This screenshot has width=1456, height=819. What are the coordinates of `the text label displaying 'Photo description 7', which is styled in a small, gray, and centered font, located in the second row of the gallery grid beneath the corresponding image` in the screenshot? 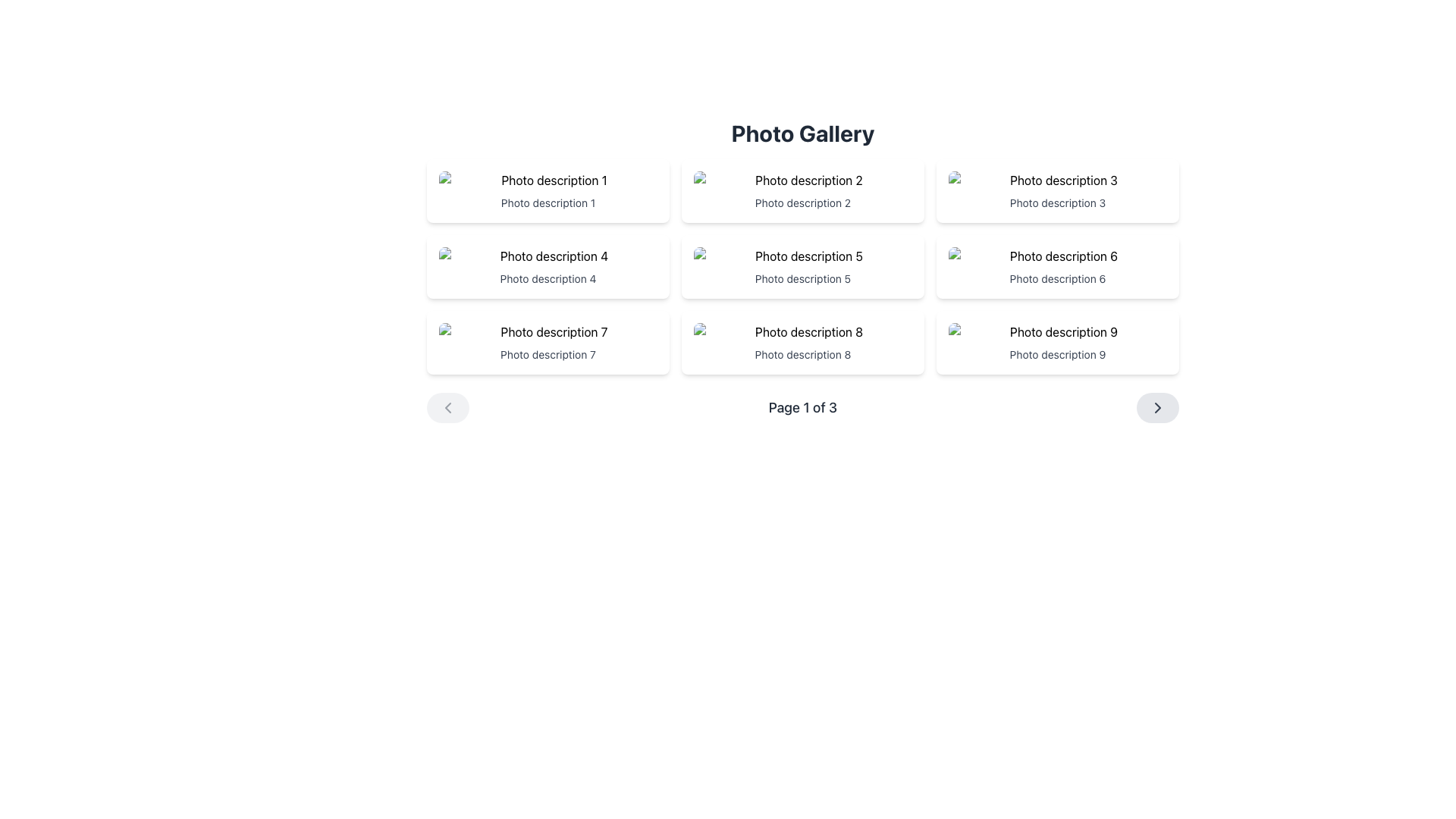 It's located at (548, 354).